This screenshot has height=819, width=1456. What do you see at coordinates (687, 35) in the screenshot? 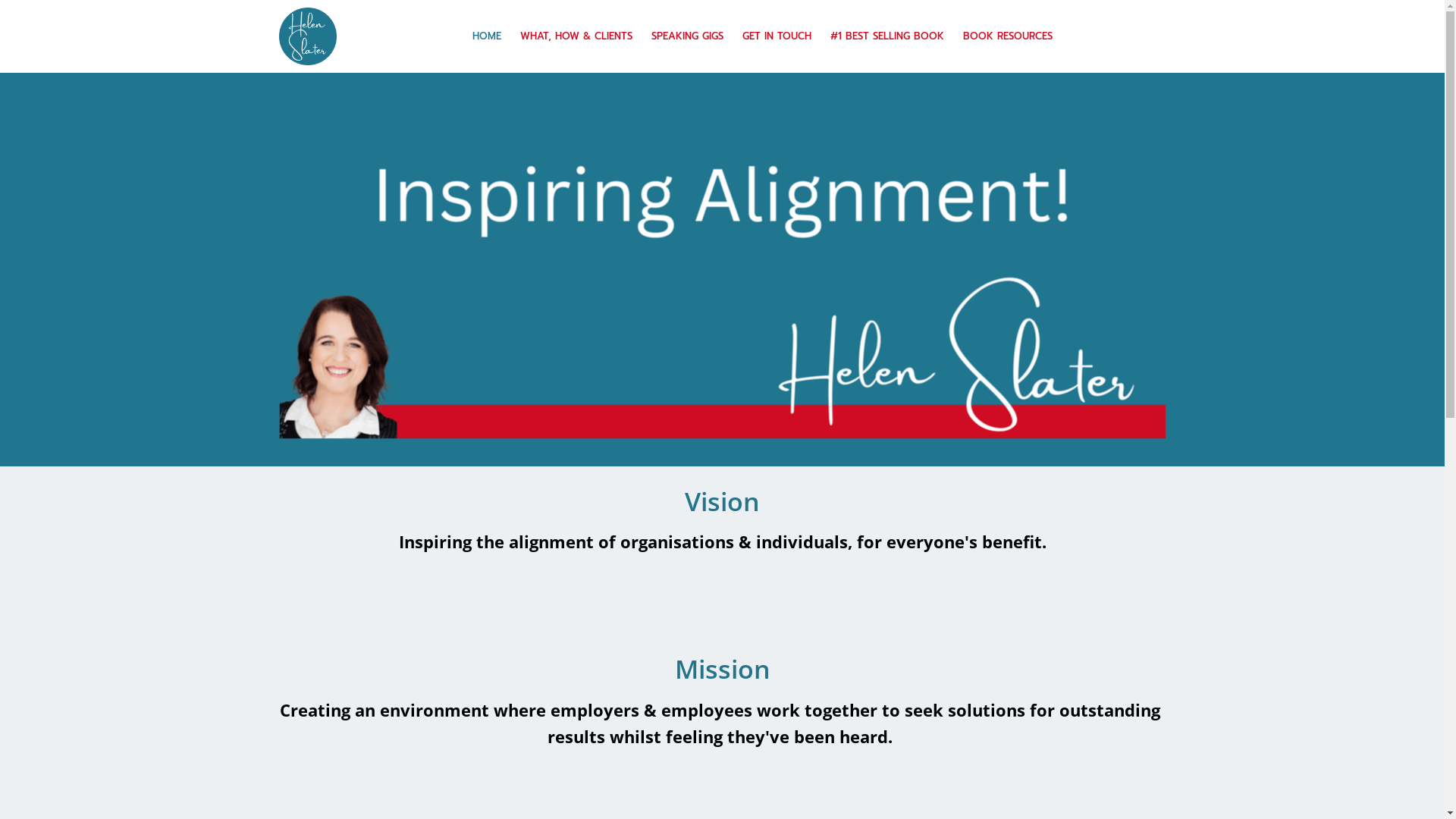
I see `'SPEAKING GIGS'` at bounding box center [687, 35].